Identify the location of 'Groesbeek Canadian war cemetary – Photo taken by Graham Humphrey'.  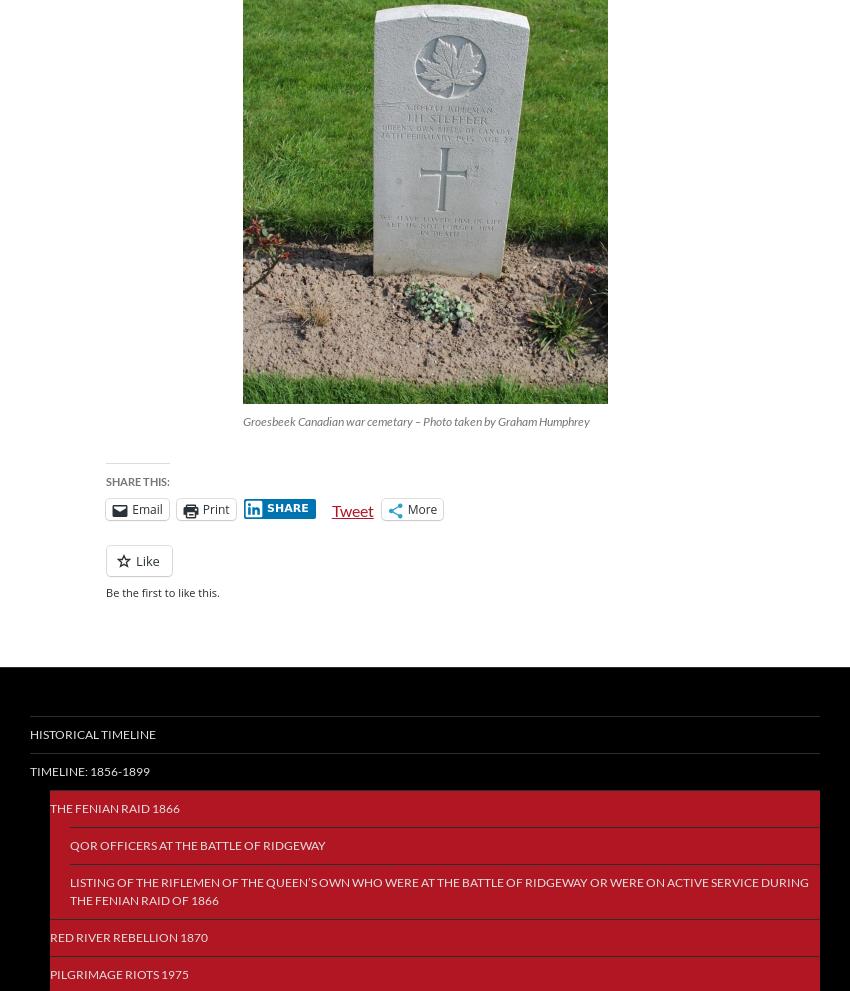
(241, 421).